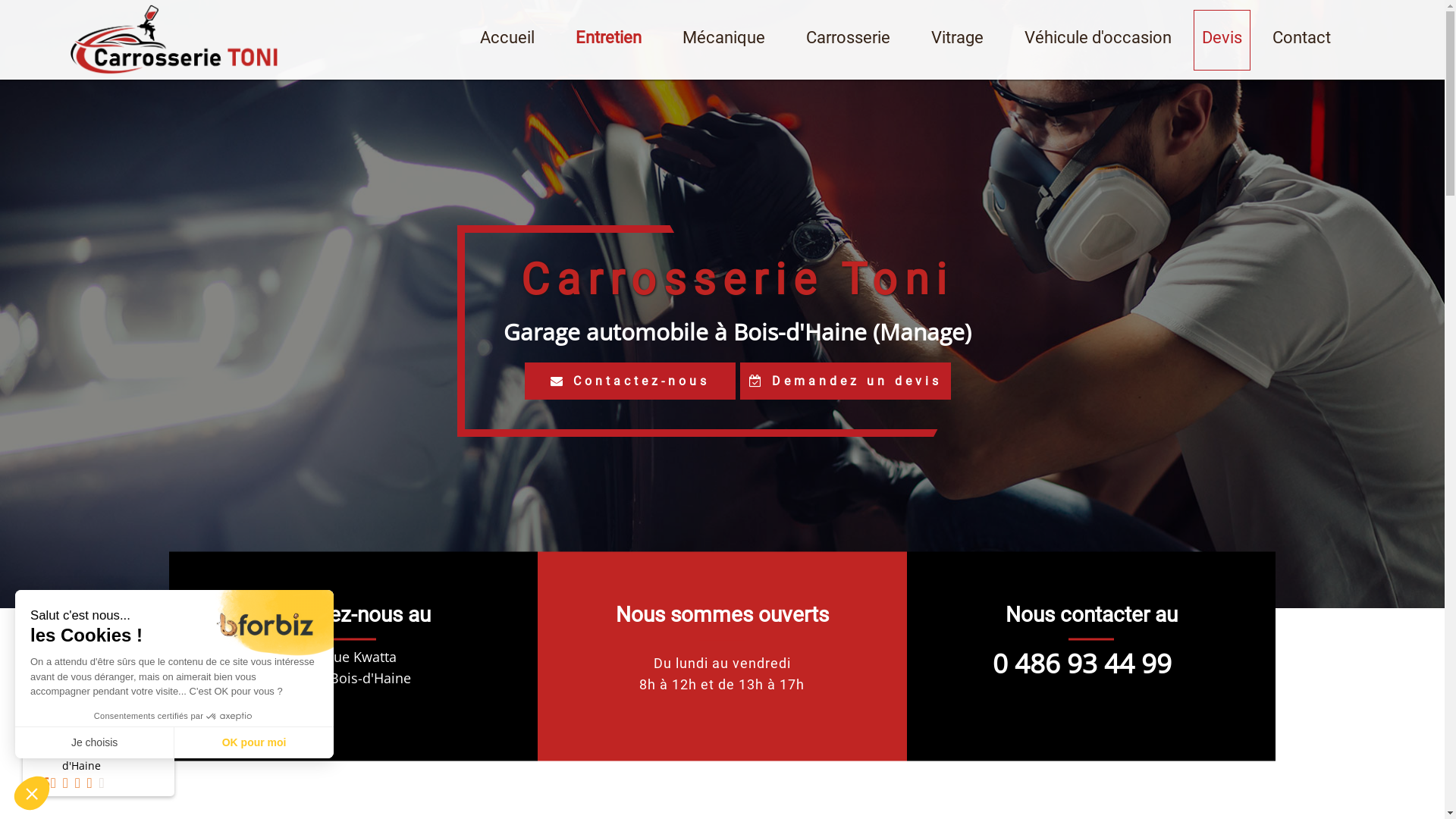 Image resolution: width=1456 pixels, height=819 pixels. What do you see at coordinates (1301, 38) in the screenshot?
I see `'Contact'` at bounding box center [1301, 38].